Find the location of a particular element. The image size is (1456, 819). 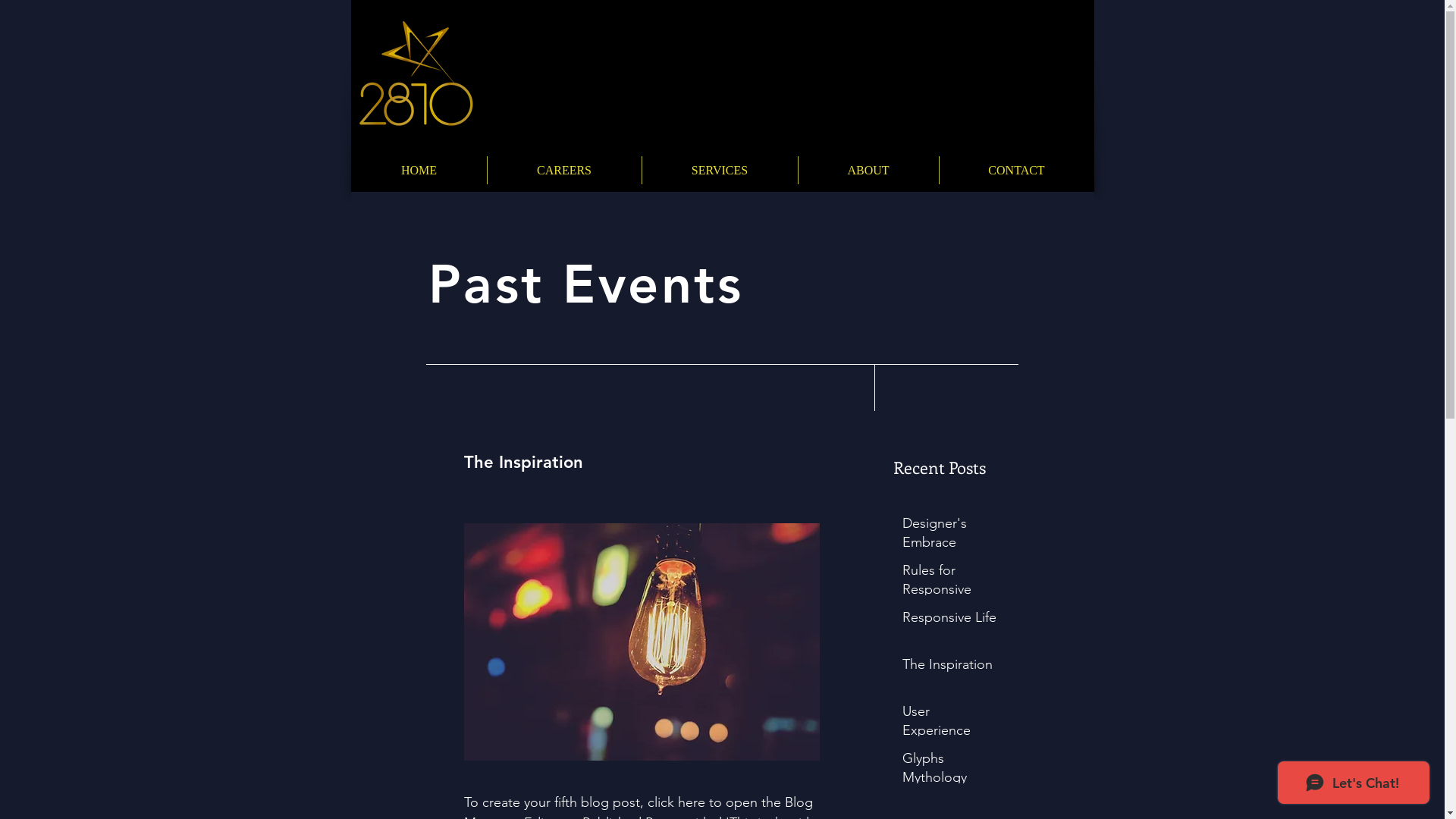

'Glyphs Mythology' is located at coordinates (949, 771).